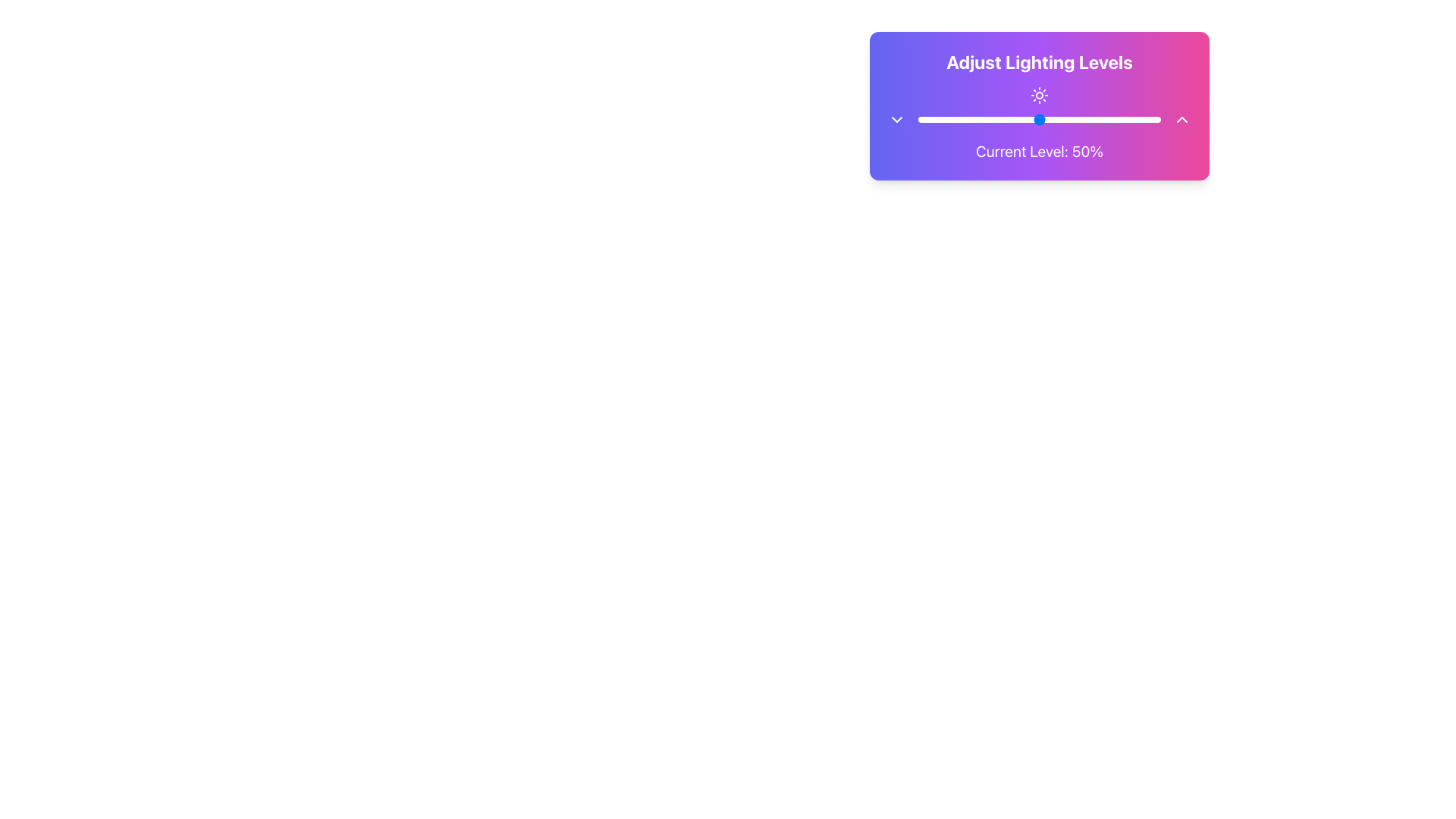 Image resolution: width=1456 pixels, height=819 pixels. I want to click on the sun icon, which is visually depicted with a circular center and stylized rays, located directly beneath the 'Adjust Lighting Levels' label, so click(1039, 96).